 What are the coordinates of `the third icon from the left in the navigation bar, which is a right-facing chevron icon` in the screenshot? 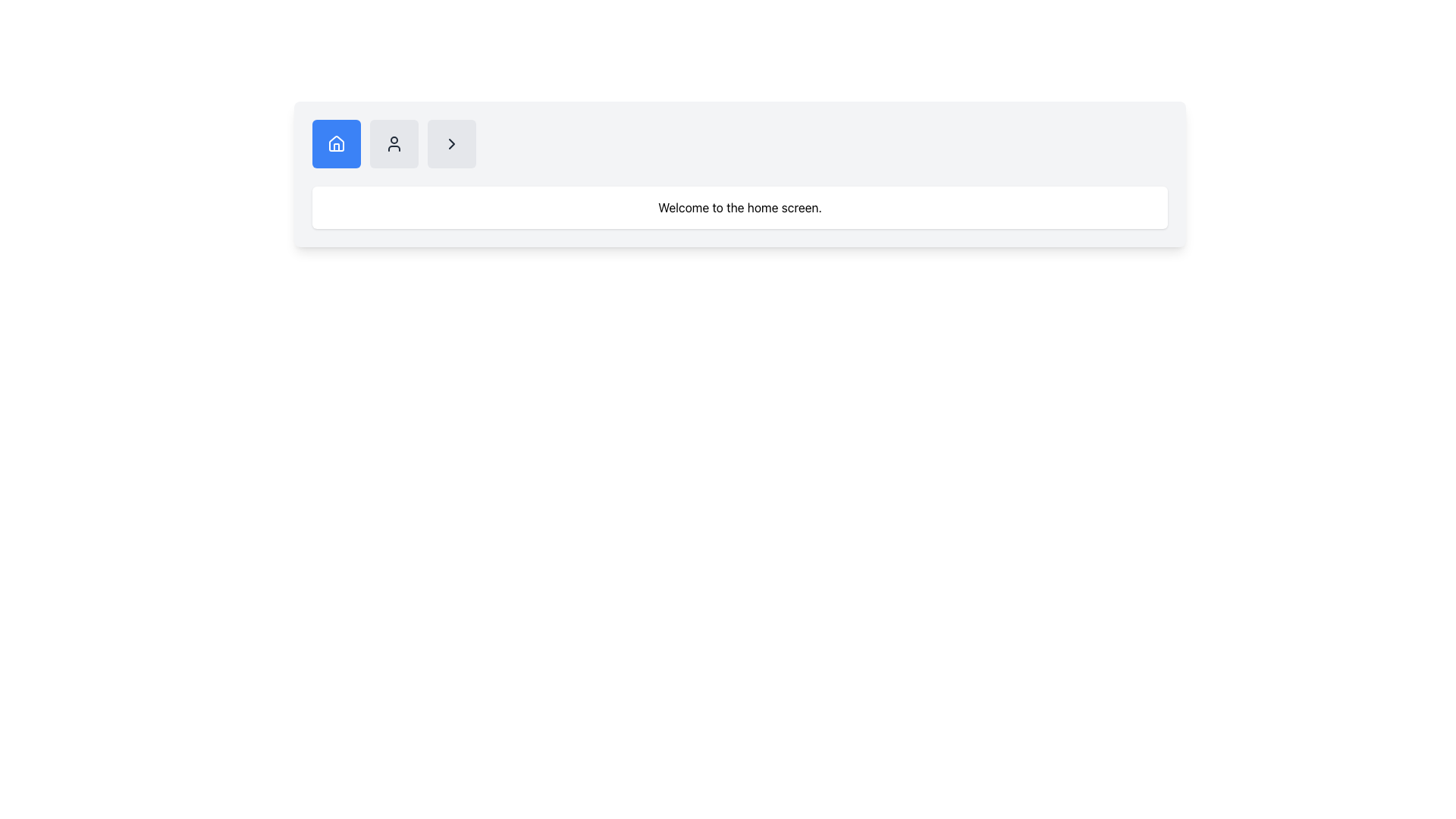 It's located at (450, 143).